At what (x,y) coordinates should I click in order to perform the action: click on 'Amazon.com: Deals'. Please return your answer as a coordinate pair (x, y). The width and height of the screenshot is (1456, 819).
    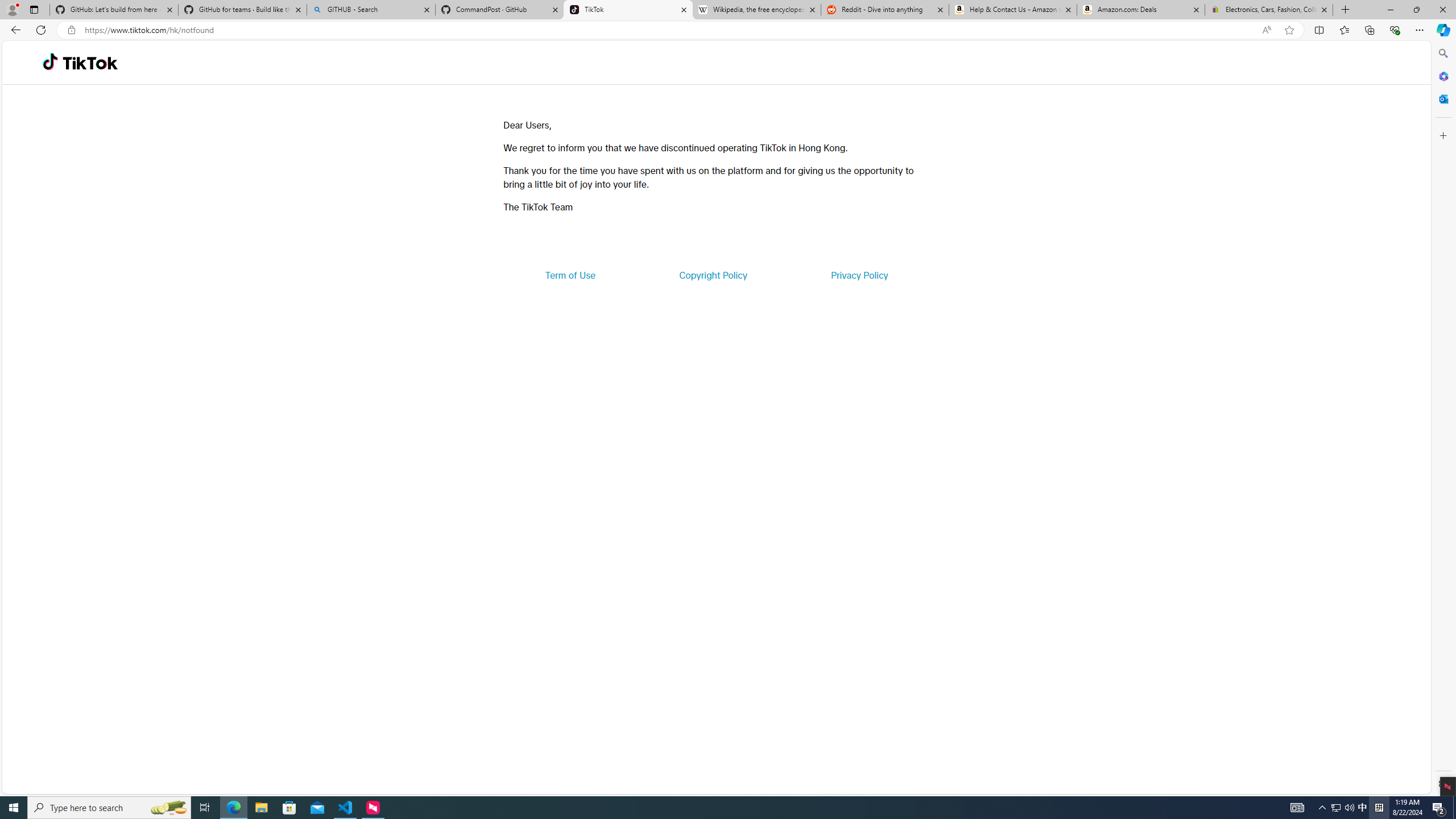
    Looking at the image, I should click on (1140, 9).